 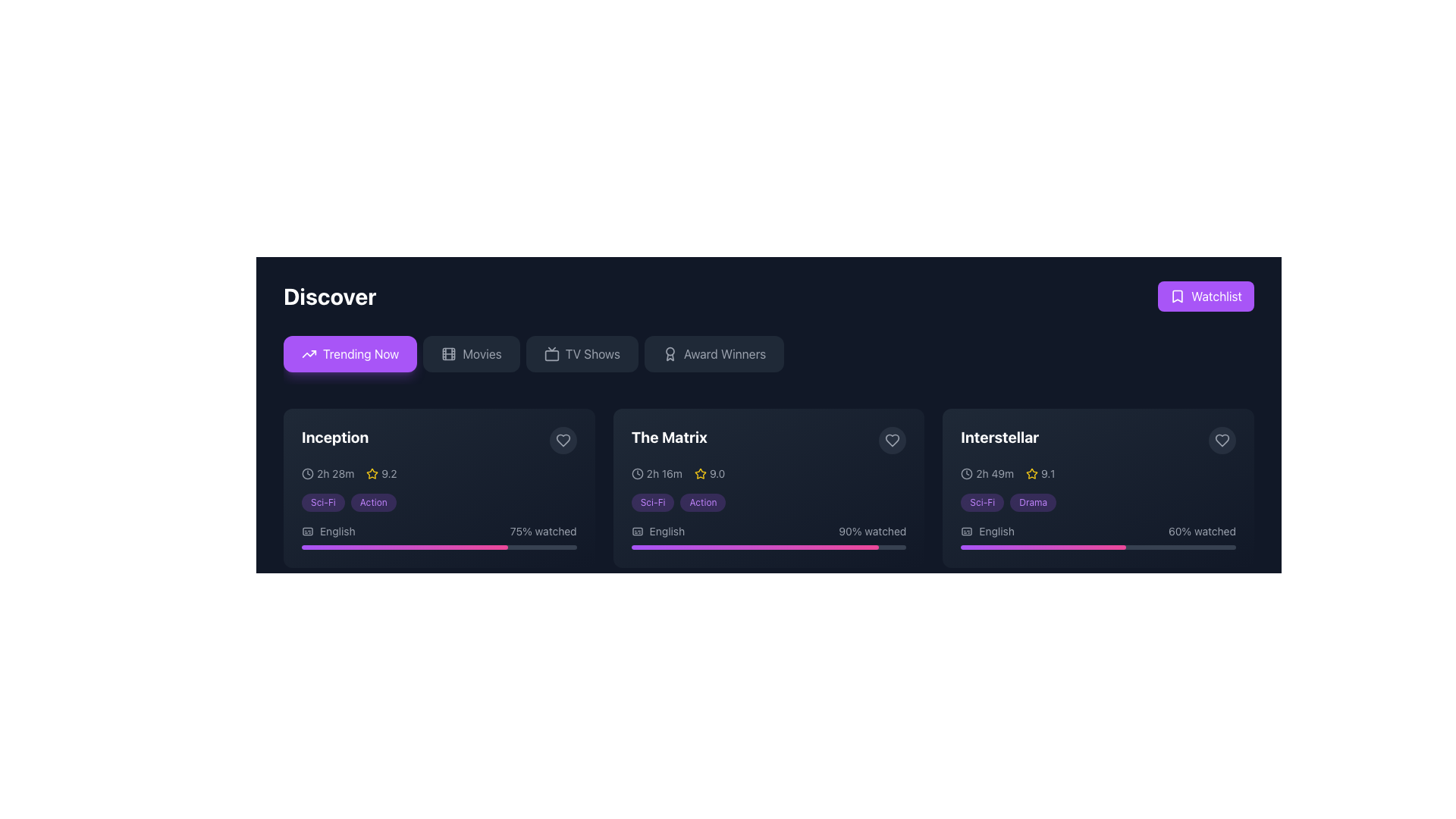 I want to click on the heart icon button located at the top right corner of the 'Inception' movie card, which is a gray outline heart within a circular translucent button, so click(x=562, y=441).